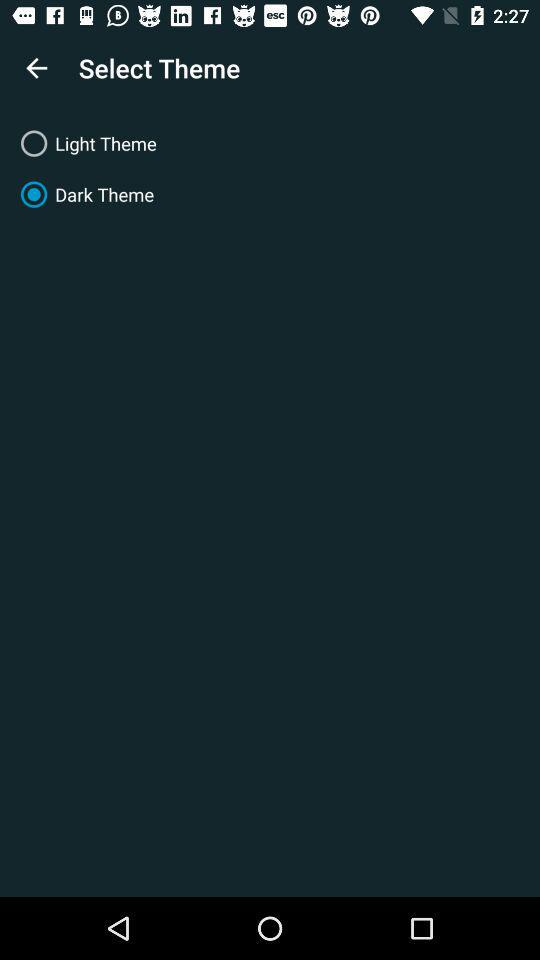 This screenshot has height=960, width=540. What do you see at coordinates (270, 194) in the screenshot?
I see `dark theme` at bounding box center [270, 194].